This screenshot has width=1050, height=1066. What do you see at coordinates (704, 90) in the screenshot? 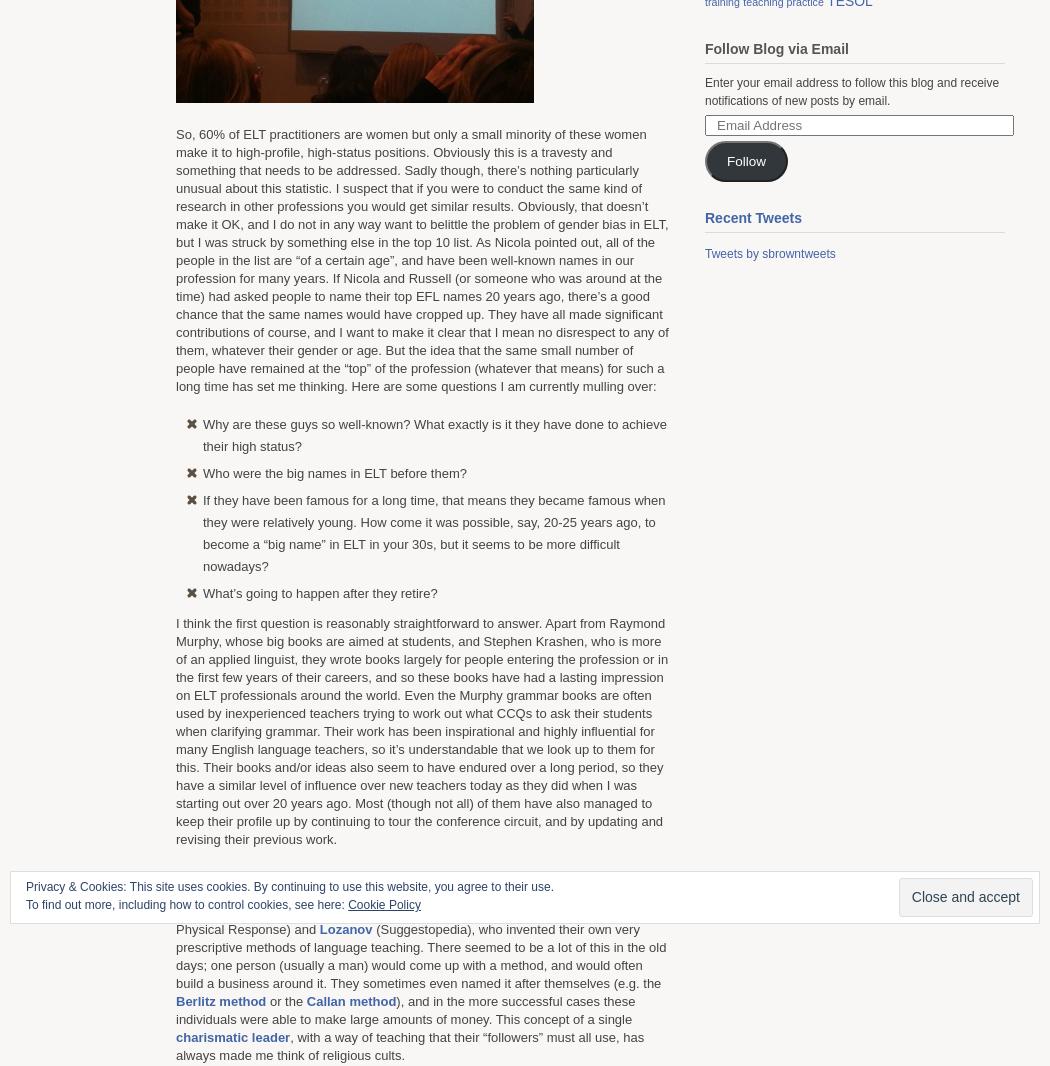
I see `'Enter your email address to follow this blog and receive notifications of new posts by email.'` at bounding box center [704, 90].